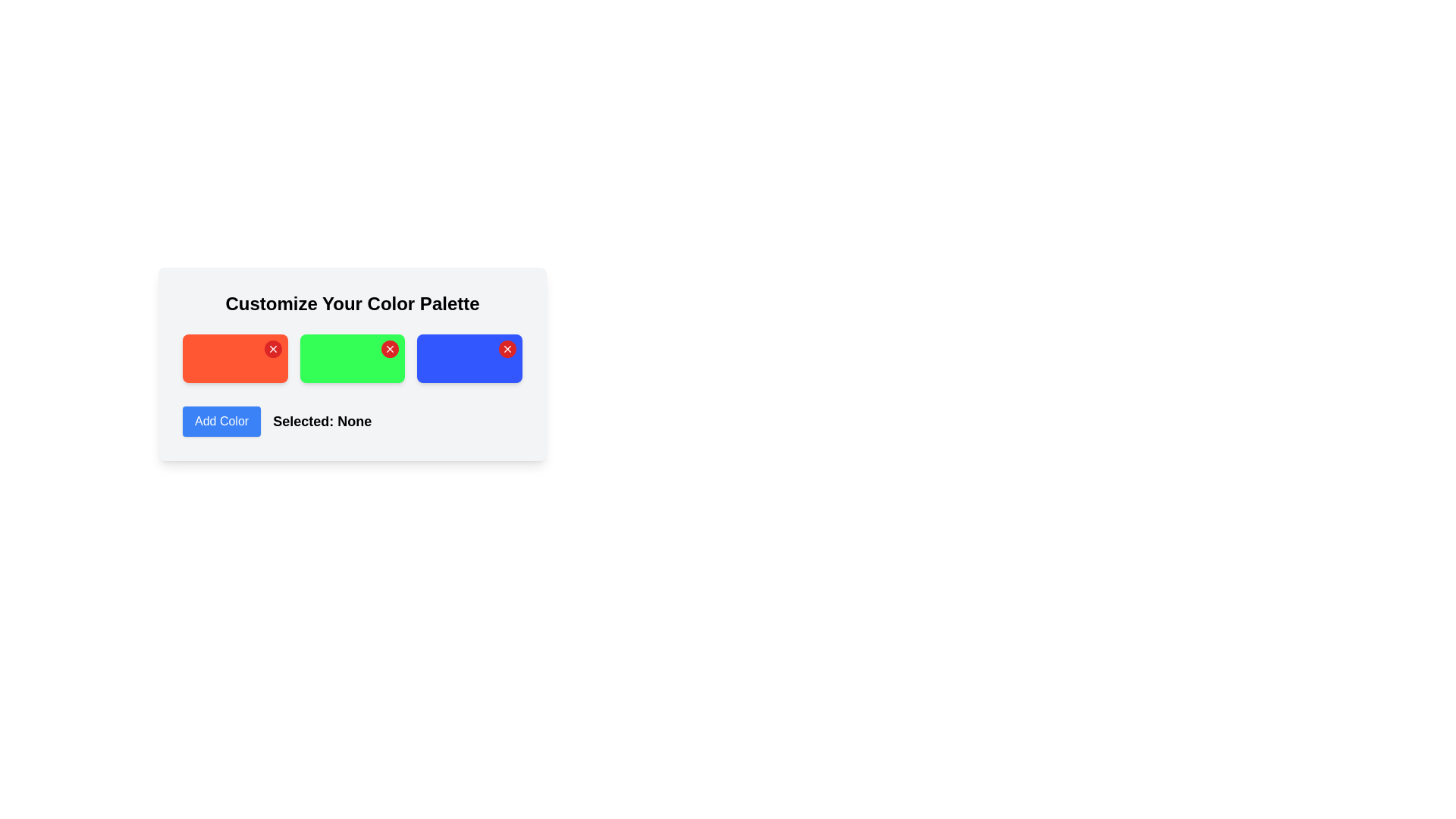  Describe the element at coordinates (273, 349) in the screenshot. I see `the close/delete button located in the top-right corner of the first rectangular block` at that location.